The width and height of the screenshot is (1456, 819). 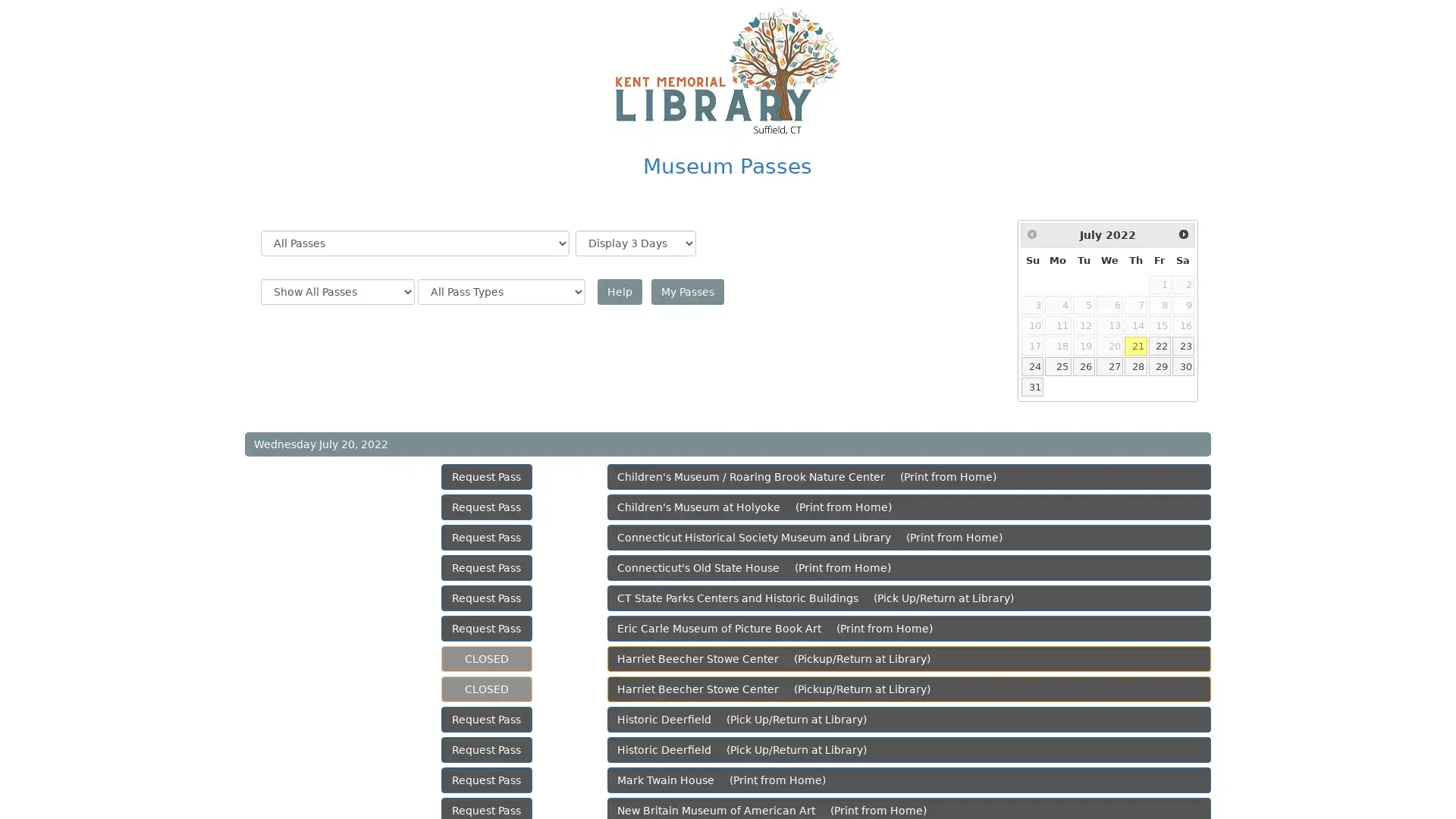 What do you see at coordinates (486, 657) in the screenshot?
I see `CLOSED` at bounding box center [486, 657].